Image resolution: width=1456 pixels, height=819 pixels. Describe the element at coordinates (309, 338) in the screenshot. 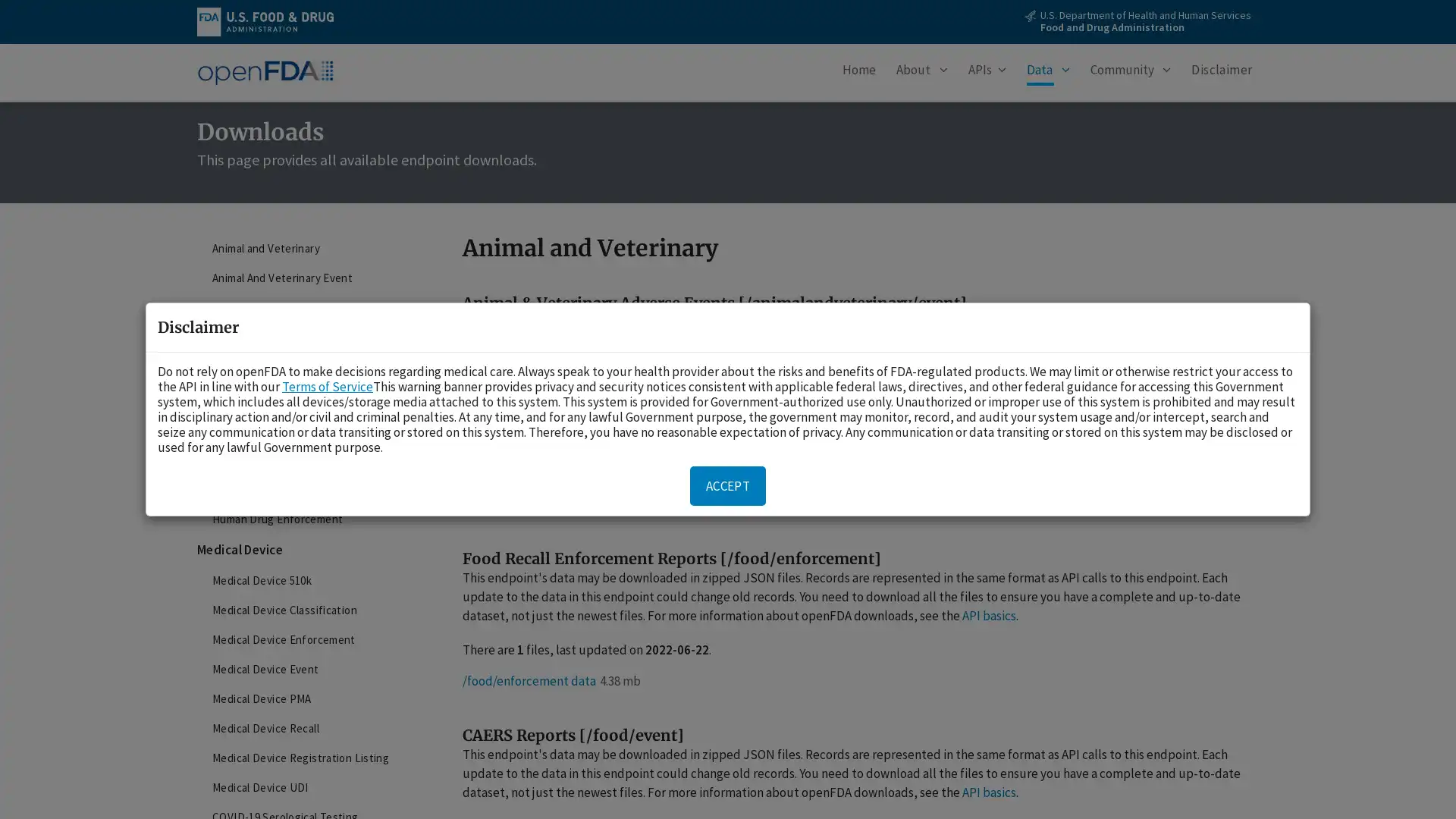

I see `Food Enforcement` at that location.